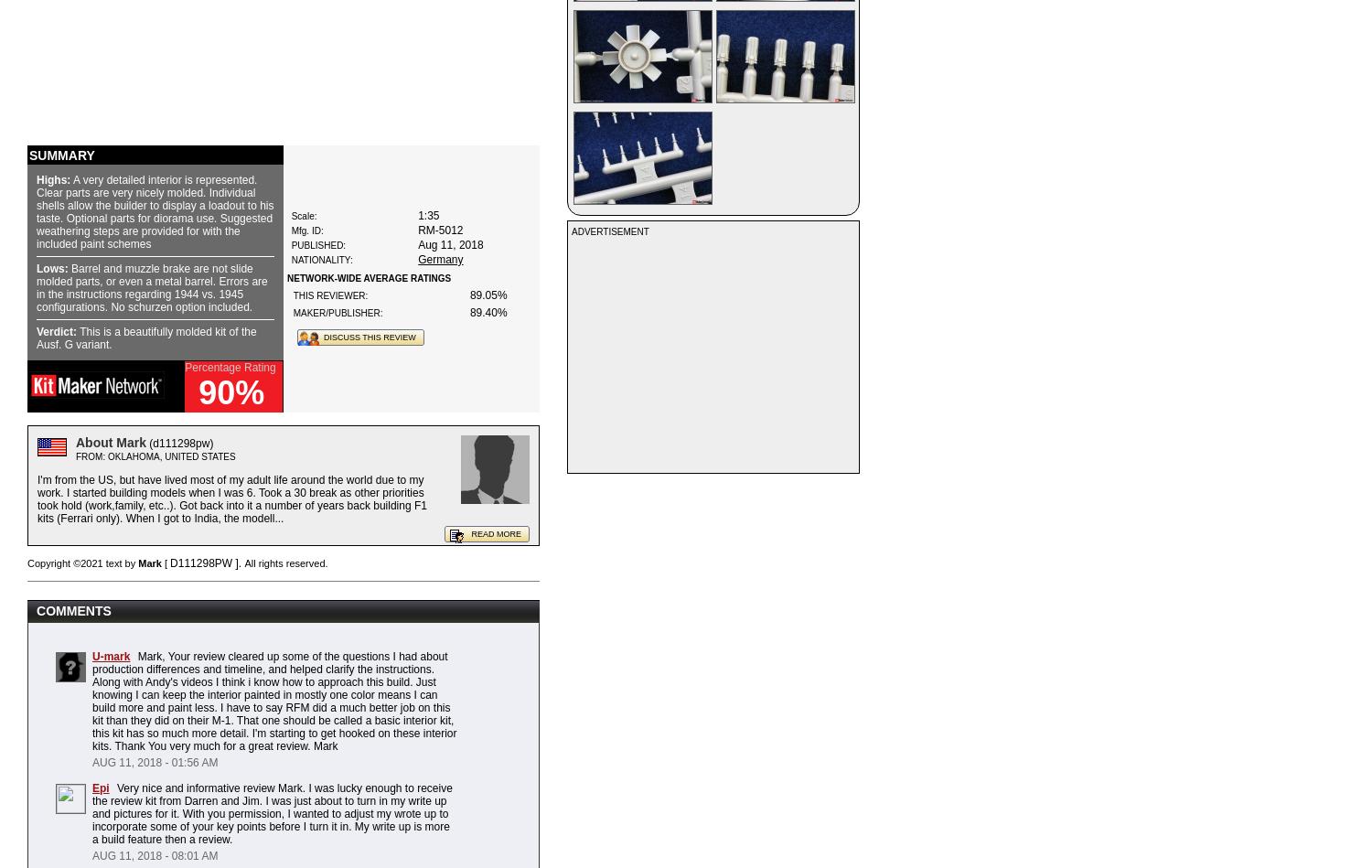  Describe the element at coordinates (178, 443) in the screenshot. I see `'(d111298pw)'` at that location.